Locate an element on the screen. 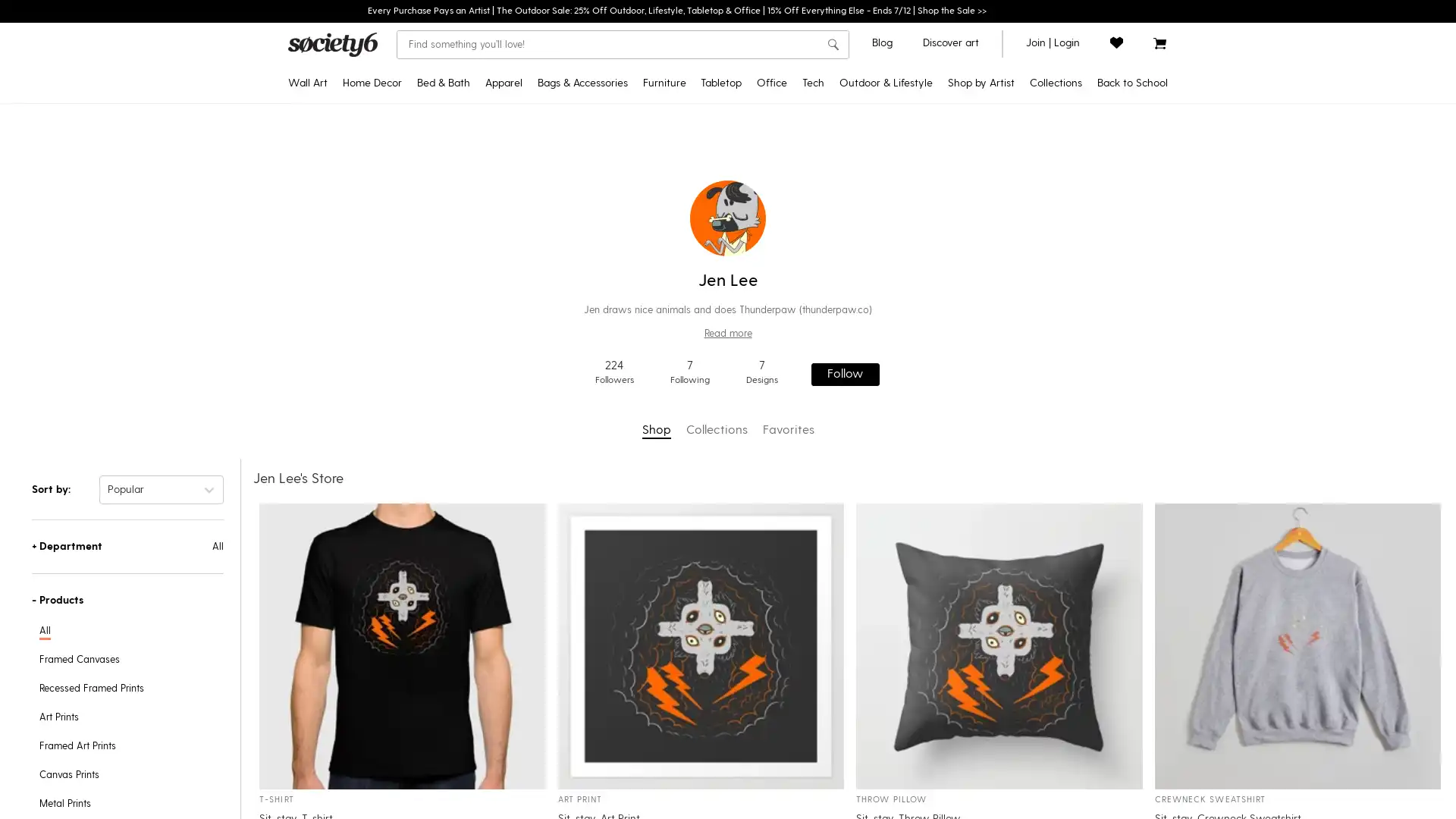 The image size is (1456, 819). Hoodies is located at coordinates (551, 170).